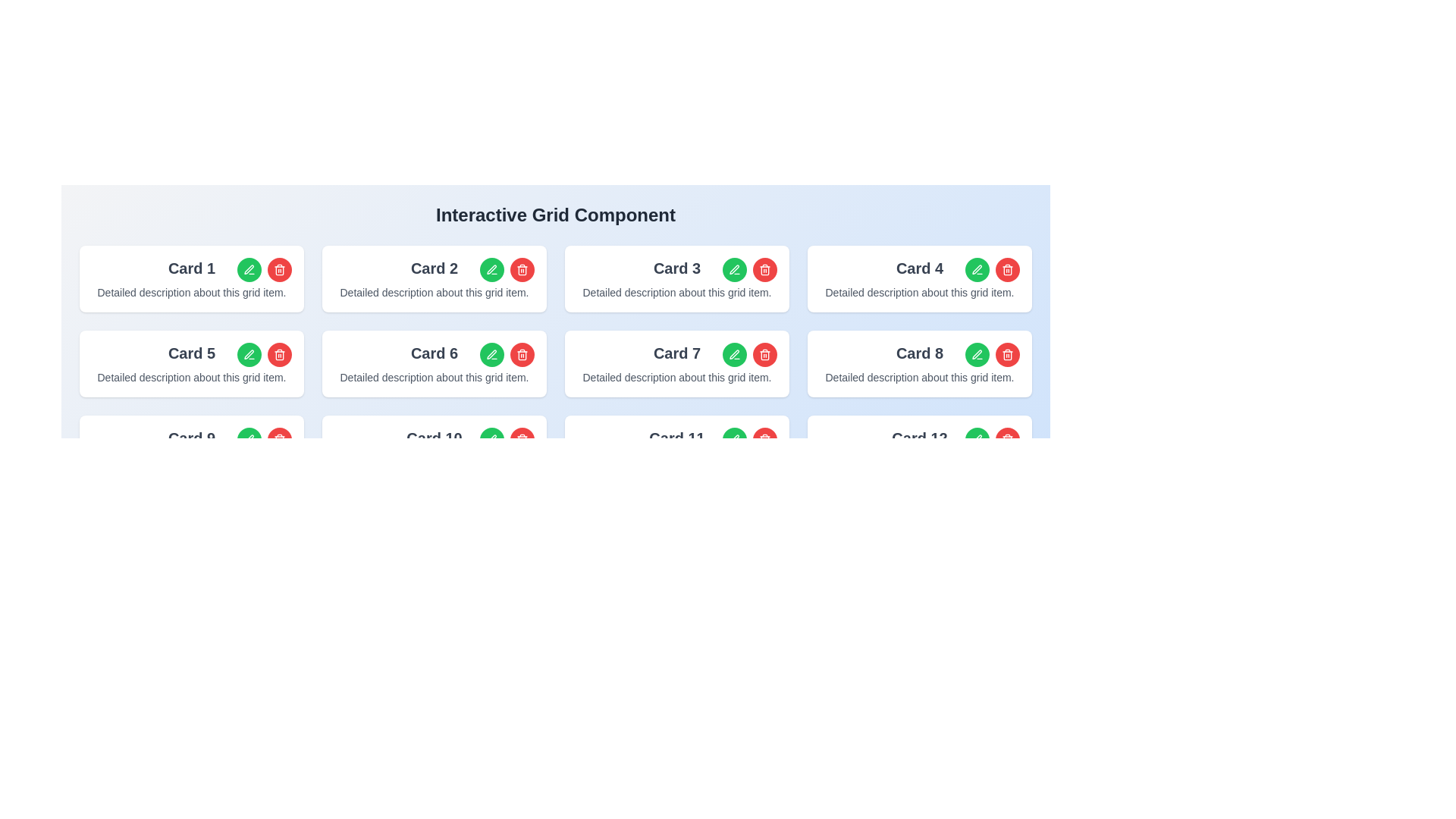 This screenshot has height=819, width=1456. What do you see at coordinates (522, 268) in the screenshot?
I see `the trash can icon button located in the top-right corner of 'Card 2'` at bounding box center [522, 268].